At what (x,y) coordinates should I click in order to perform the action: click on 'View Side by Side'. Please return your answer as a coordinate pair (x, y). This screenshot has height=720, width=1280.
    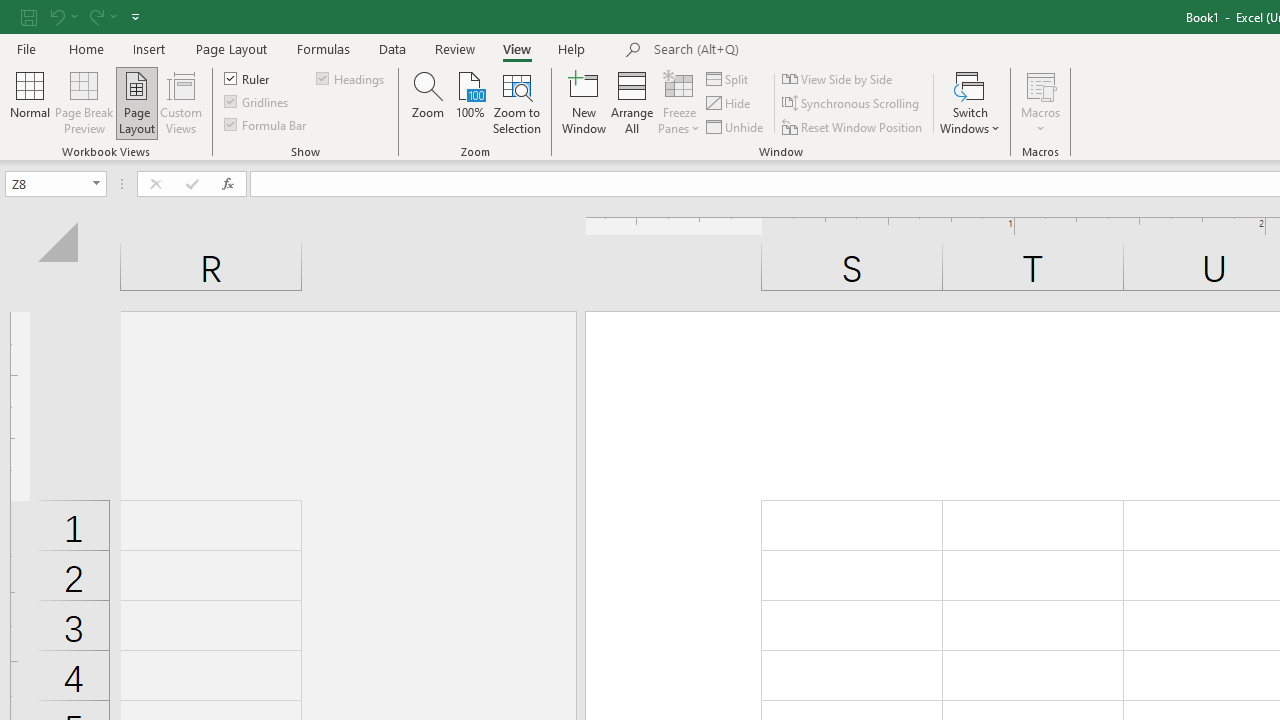
    Looking at the image, I should click on (839, 78).